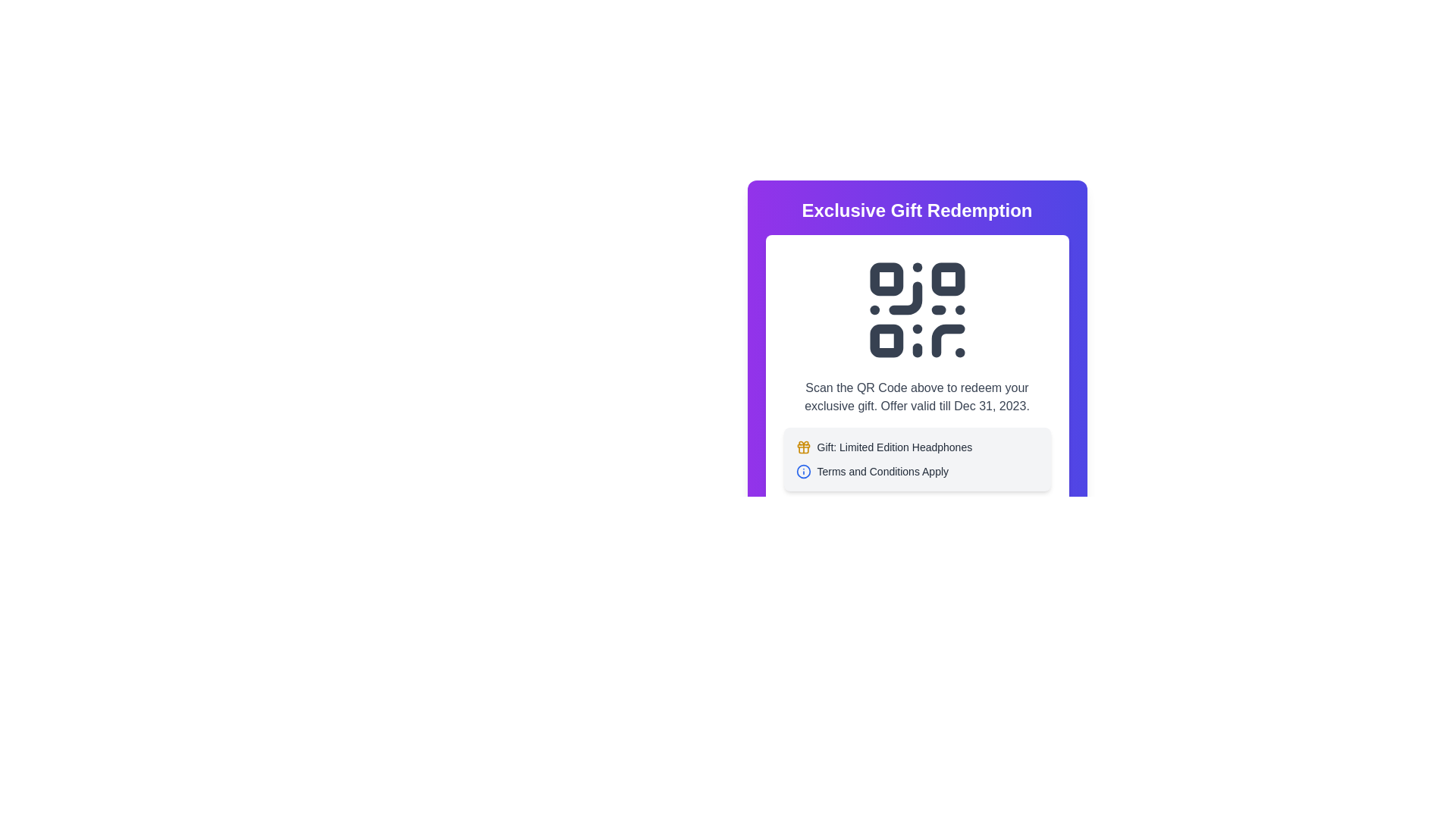 The width and height of the screenshot is (1456, 819). Describe the element at coordinates (886, 340) in the screenshot. I see `the small, square-shaped UI component with rounded corners, styled with a white fill, located in the lower-left corner of the QR code design` at that location.